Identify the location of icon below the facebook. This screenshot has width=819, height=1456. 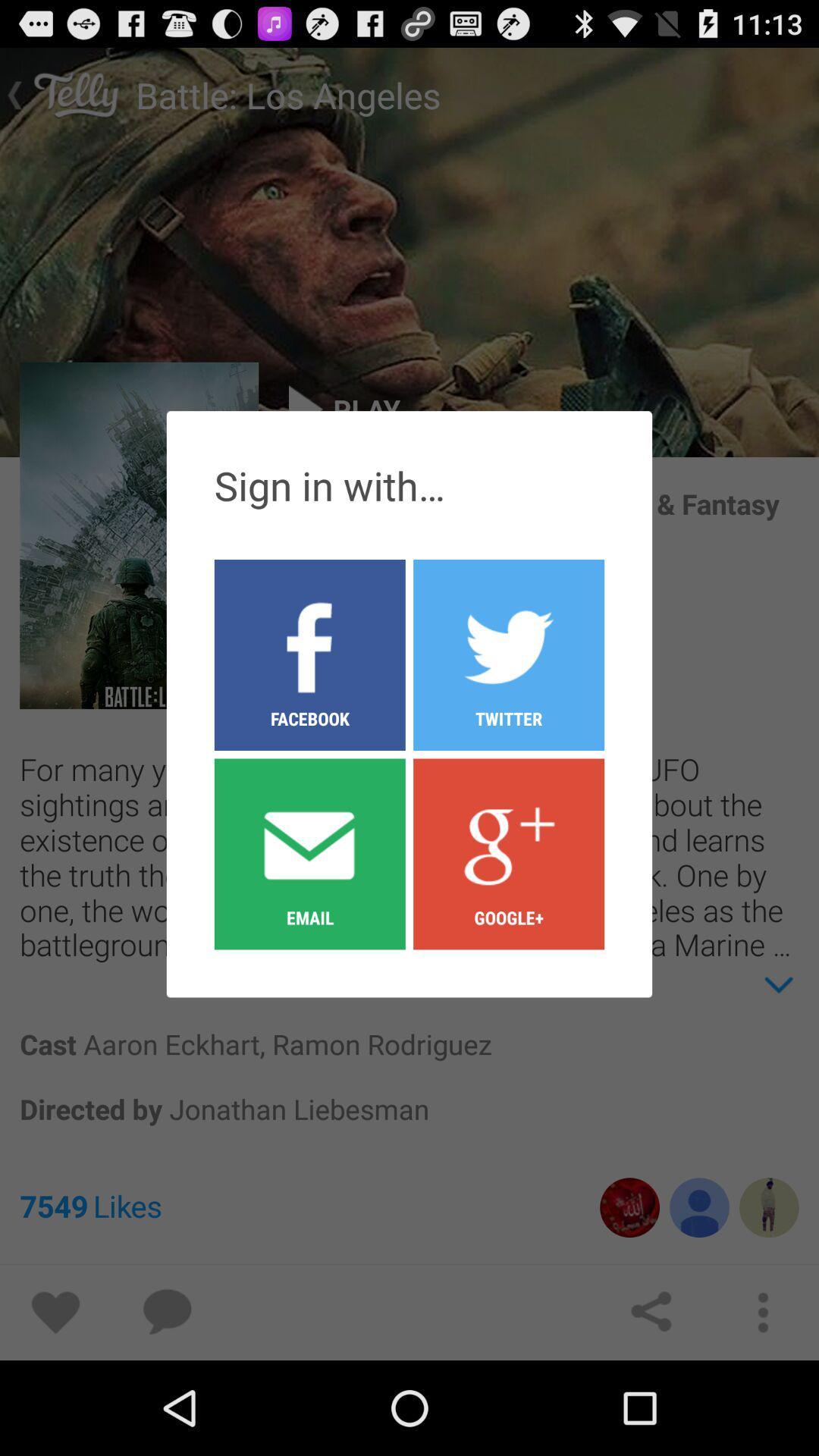
(509, 853).